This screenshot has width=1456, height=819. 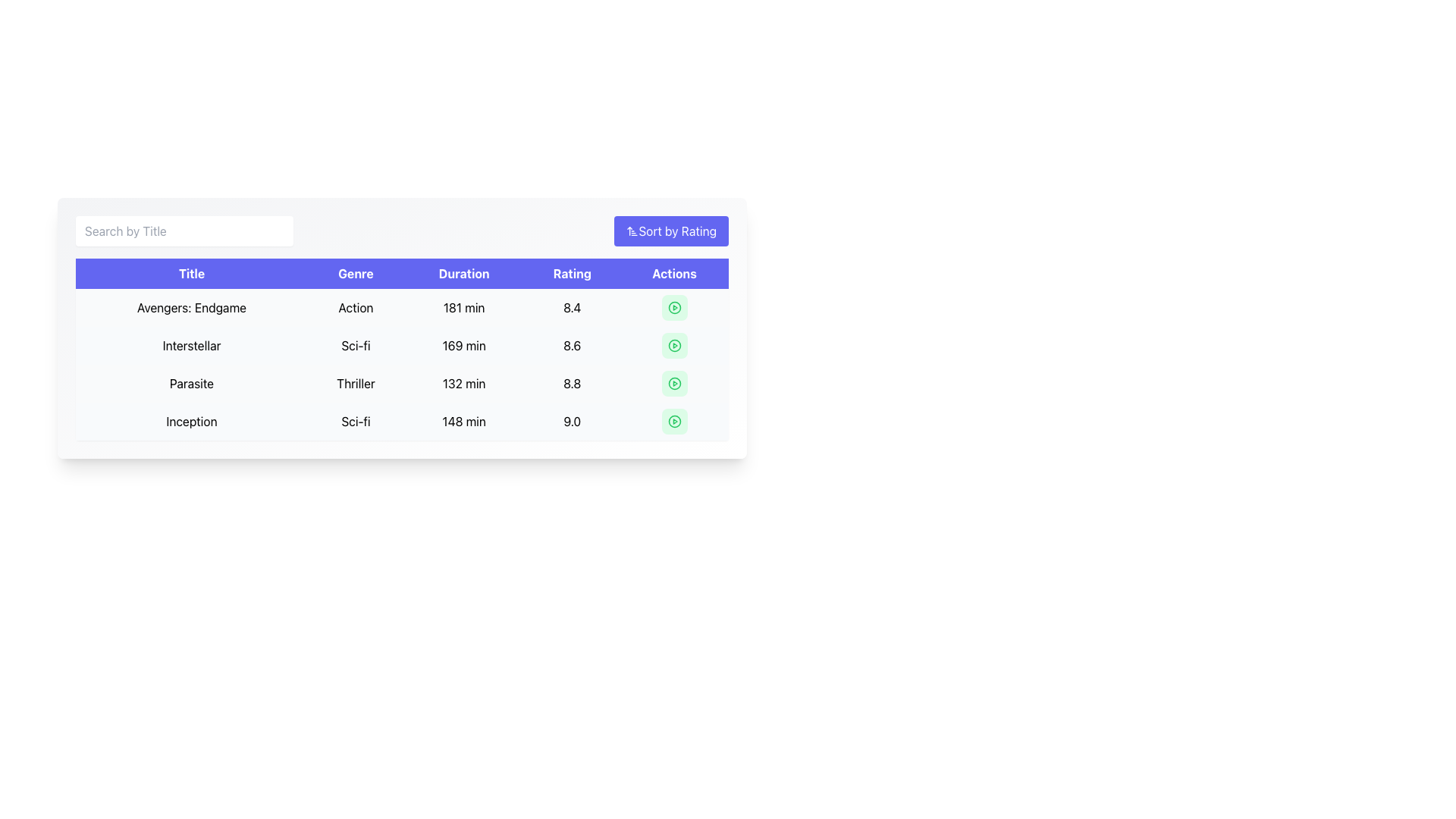 I want to click on the Circular Outline element within the button-like icon in the 'Actions' column of the third row of the data table, which is styled in green and has a circular shape, so click(x=673, y=307).